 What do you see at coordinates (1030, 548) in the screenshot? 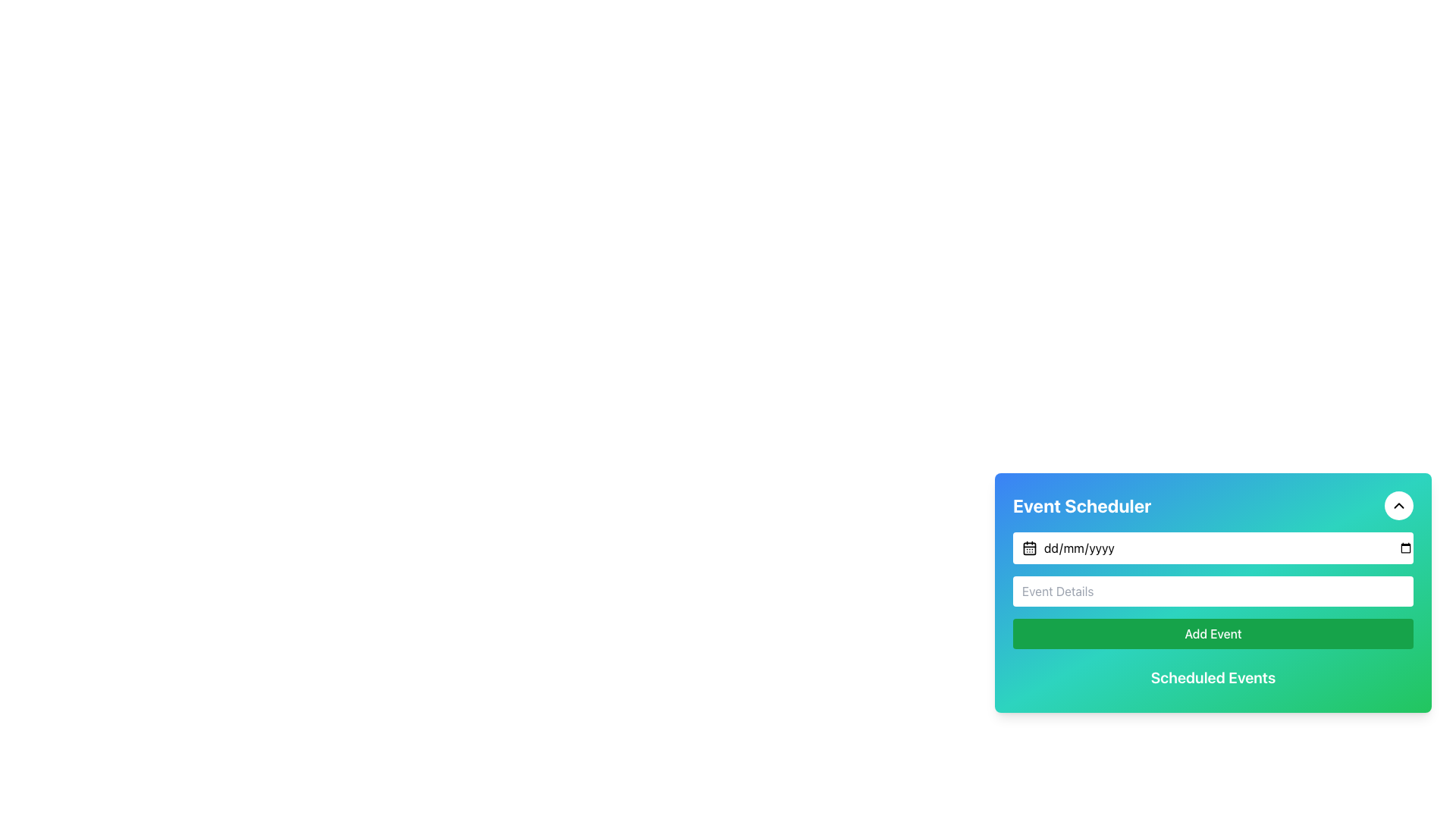
I see `the calendar icon located in the 'Event Scheduler' modal` at bounding box center [1030, 548].